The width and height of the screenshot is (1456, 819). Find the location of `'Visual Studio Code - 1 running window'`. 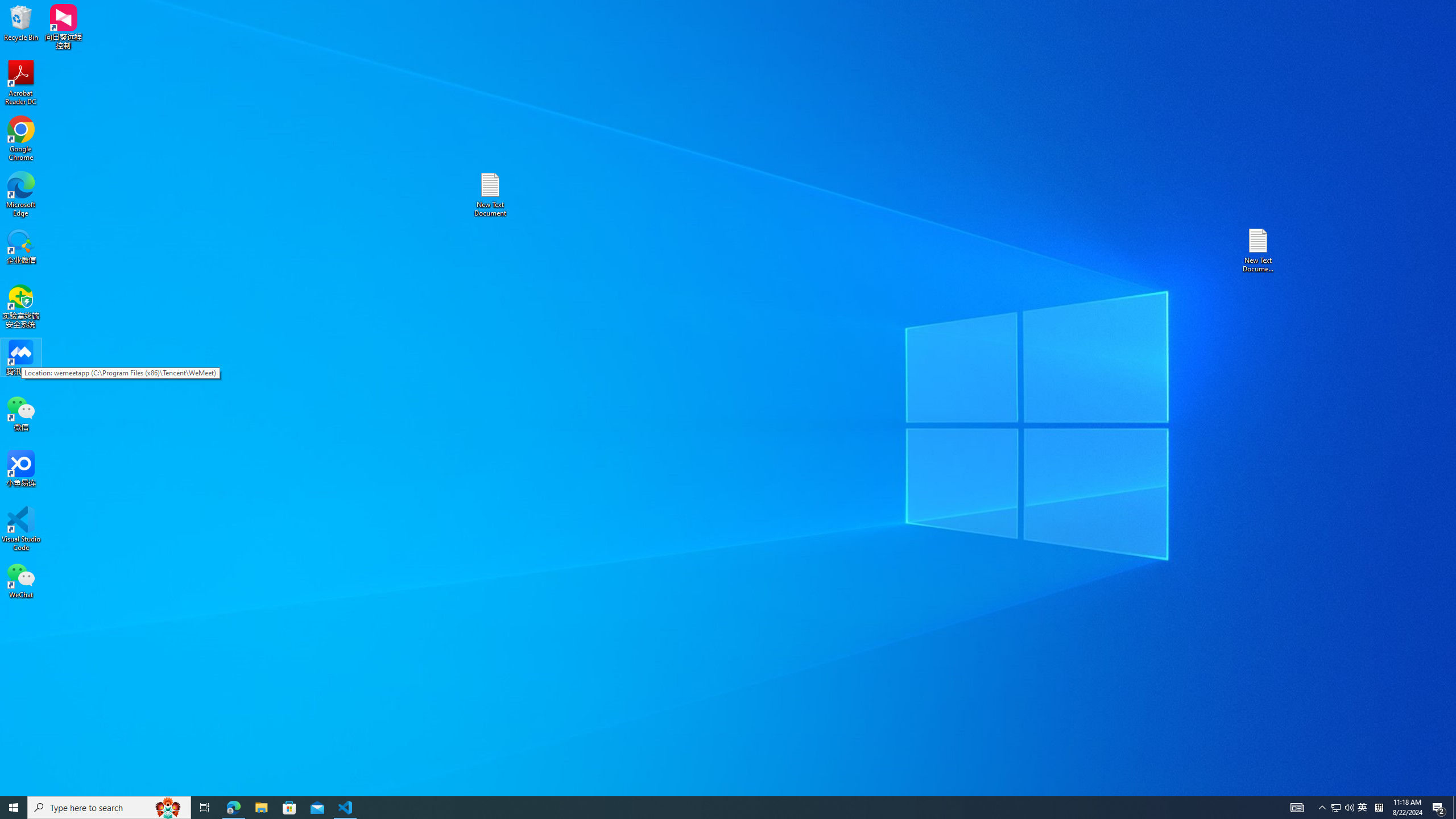

'Visual Studio Code - 1 running window' is located at coordinates (345, 806).